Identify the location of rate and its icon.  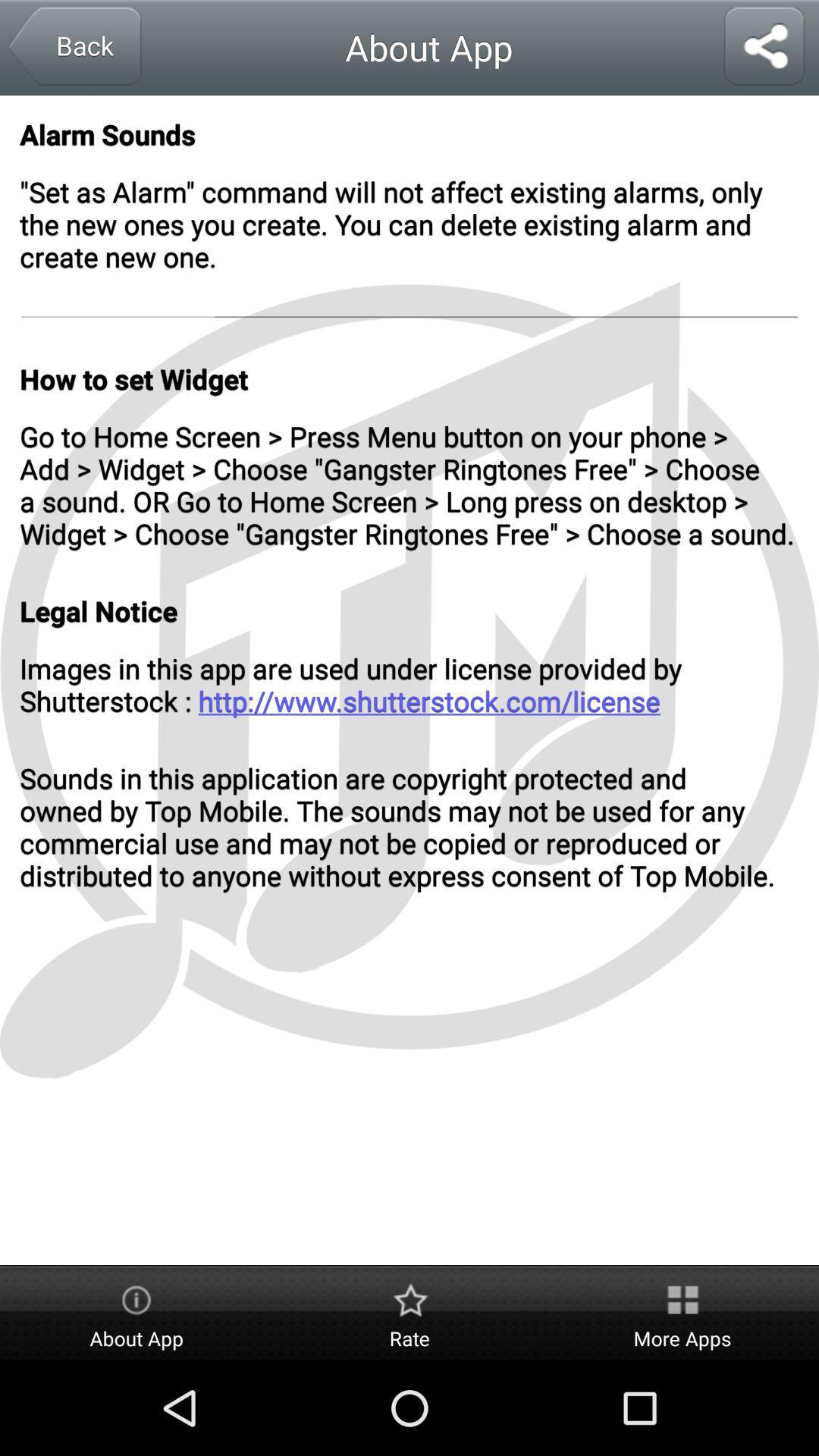
(409, 1313).